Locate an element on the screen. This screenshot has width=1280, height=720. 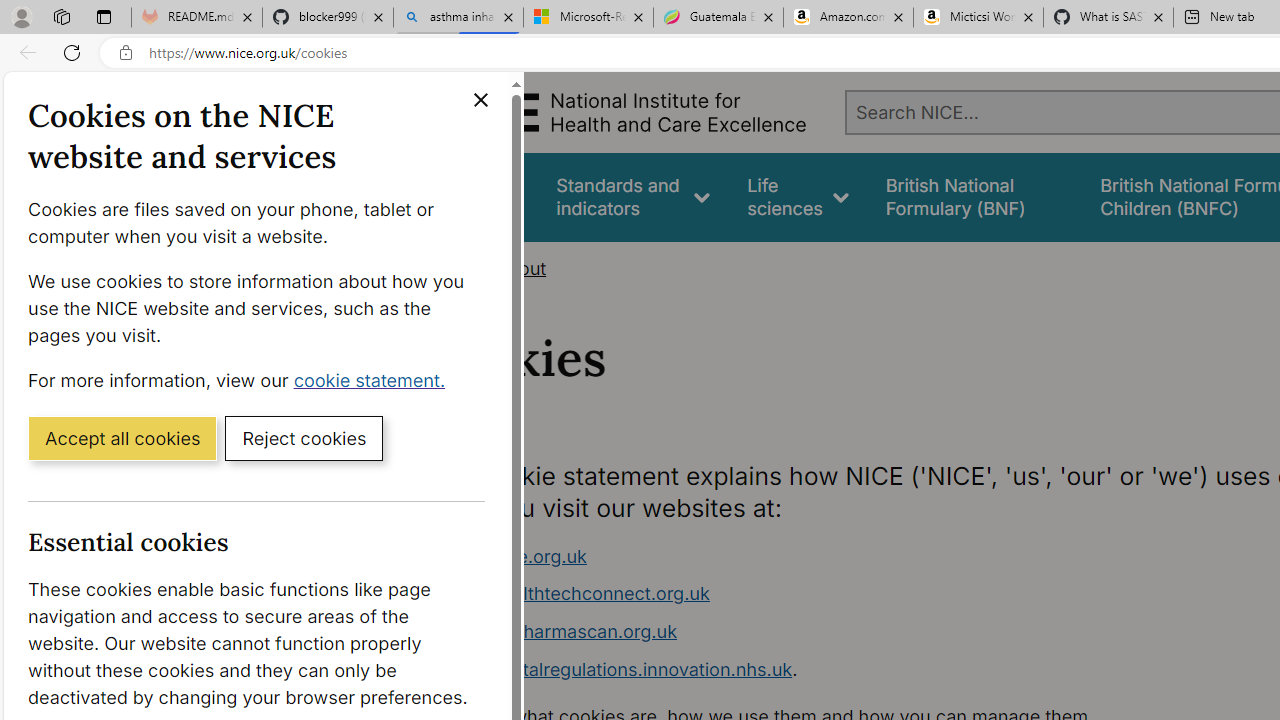
'Life sciences' is located at coordinates (797, 197).